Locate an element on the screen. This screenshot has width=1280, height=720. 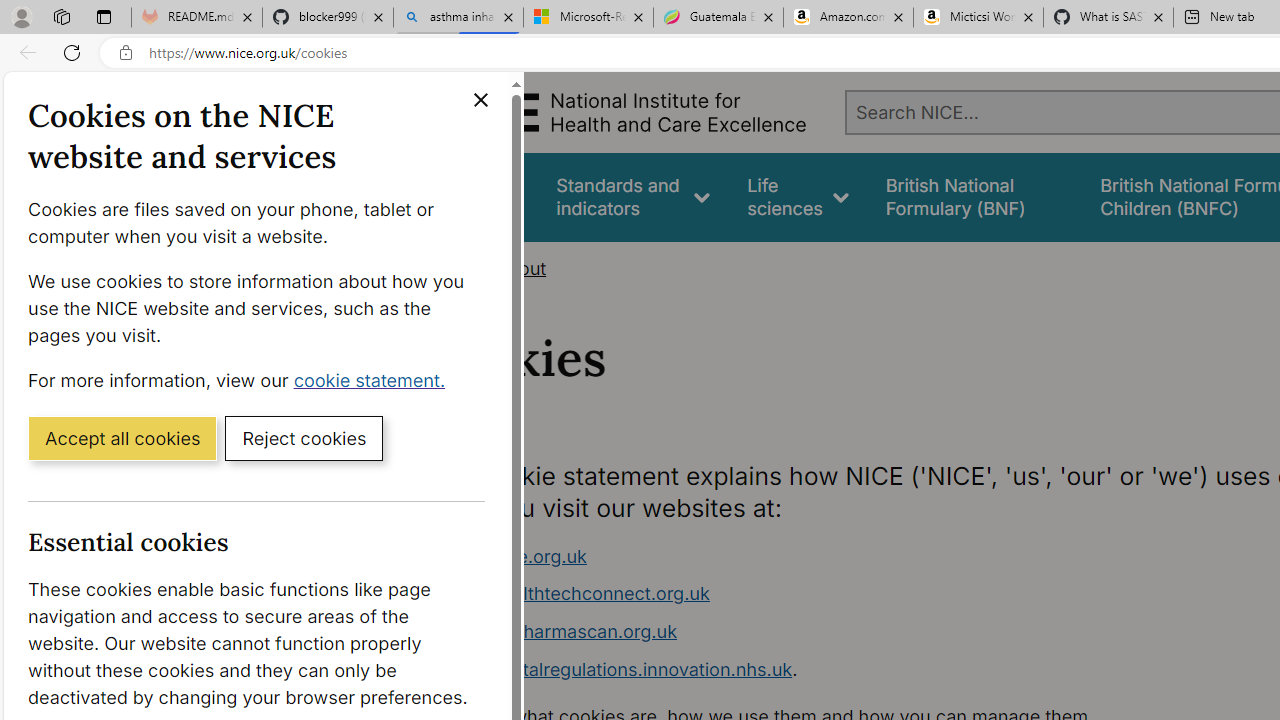
'Life sciences' is located at coordinates (797, 197).